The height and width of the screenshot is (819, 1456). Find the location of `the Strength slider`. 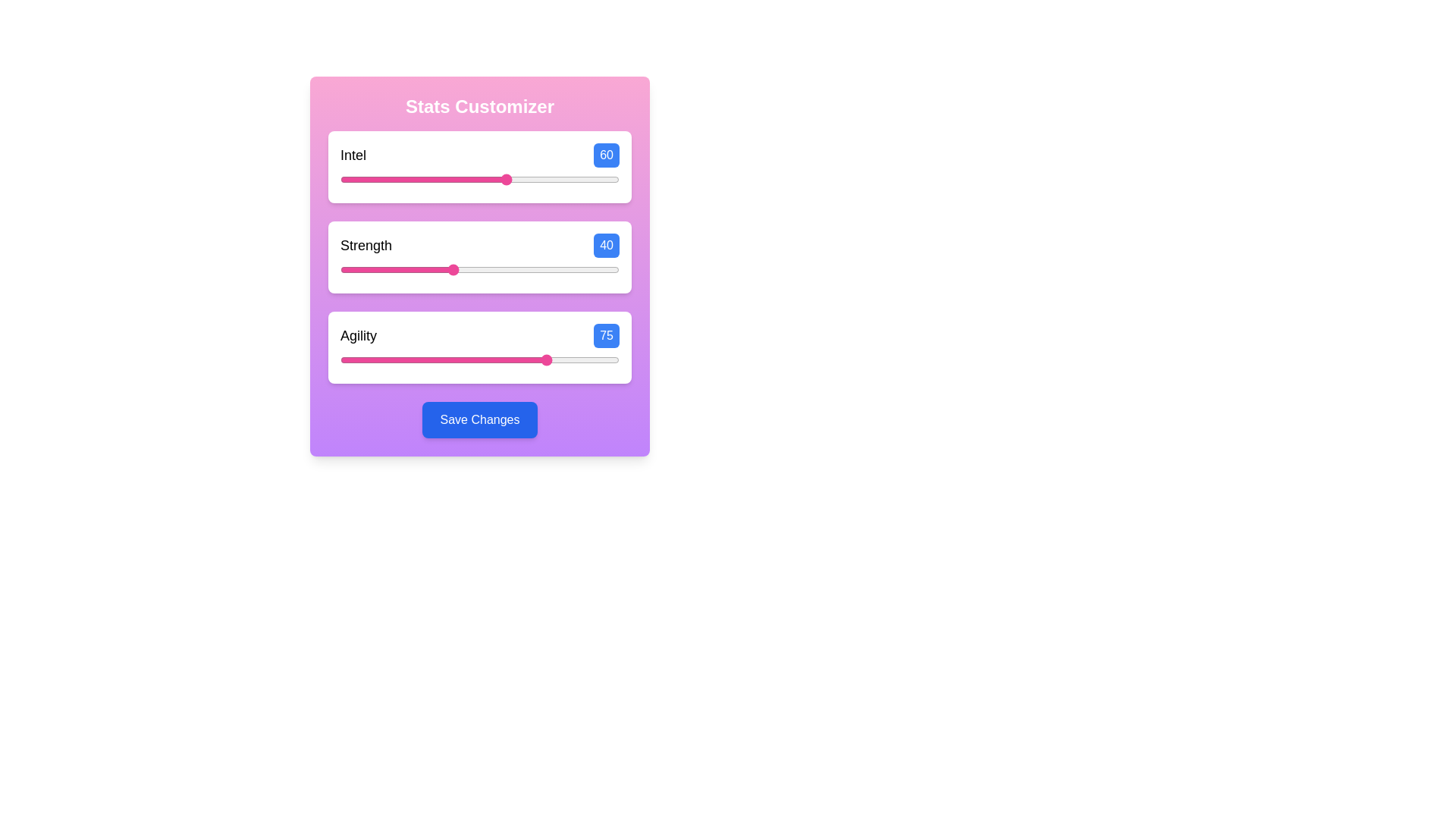

the Strength slider is located at coordinates (505, 268).